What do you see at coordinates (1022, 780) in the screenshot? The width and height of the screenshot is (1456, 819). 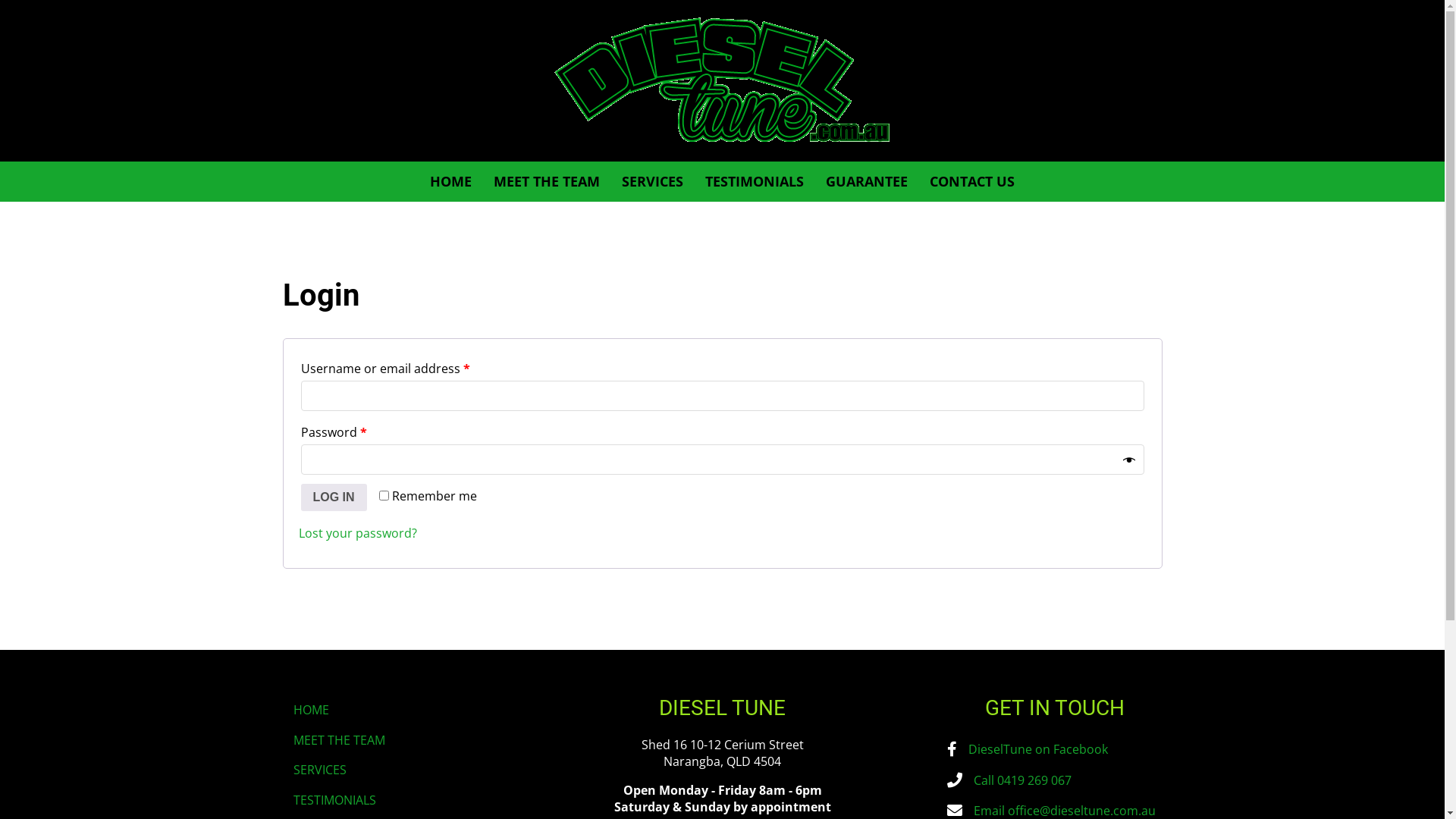 I see `'Call 0419 269 067'` at bounding box center [1022, 780].